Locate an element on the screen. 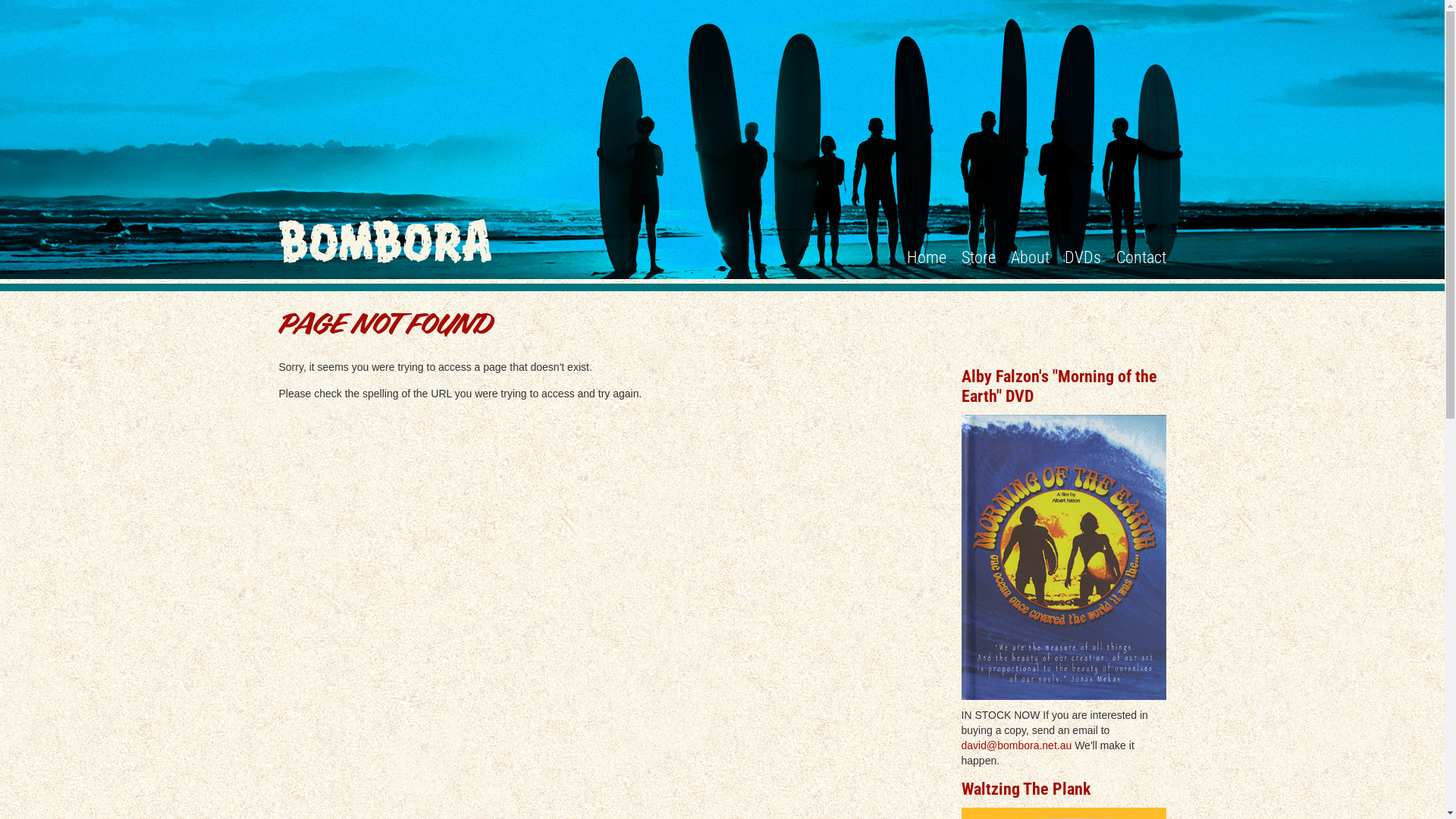 The width and height of the screenshot is (1456, 819). 'Home' is located at coordinates (906, 256).